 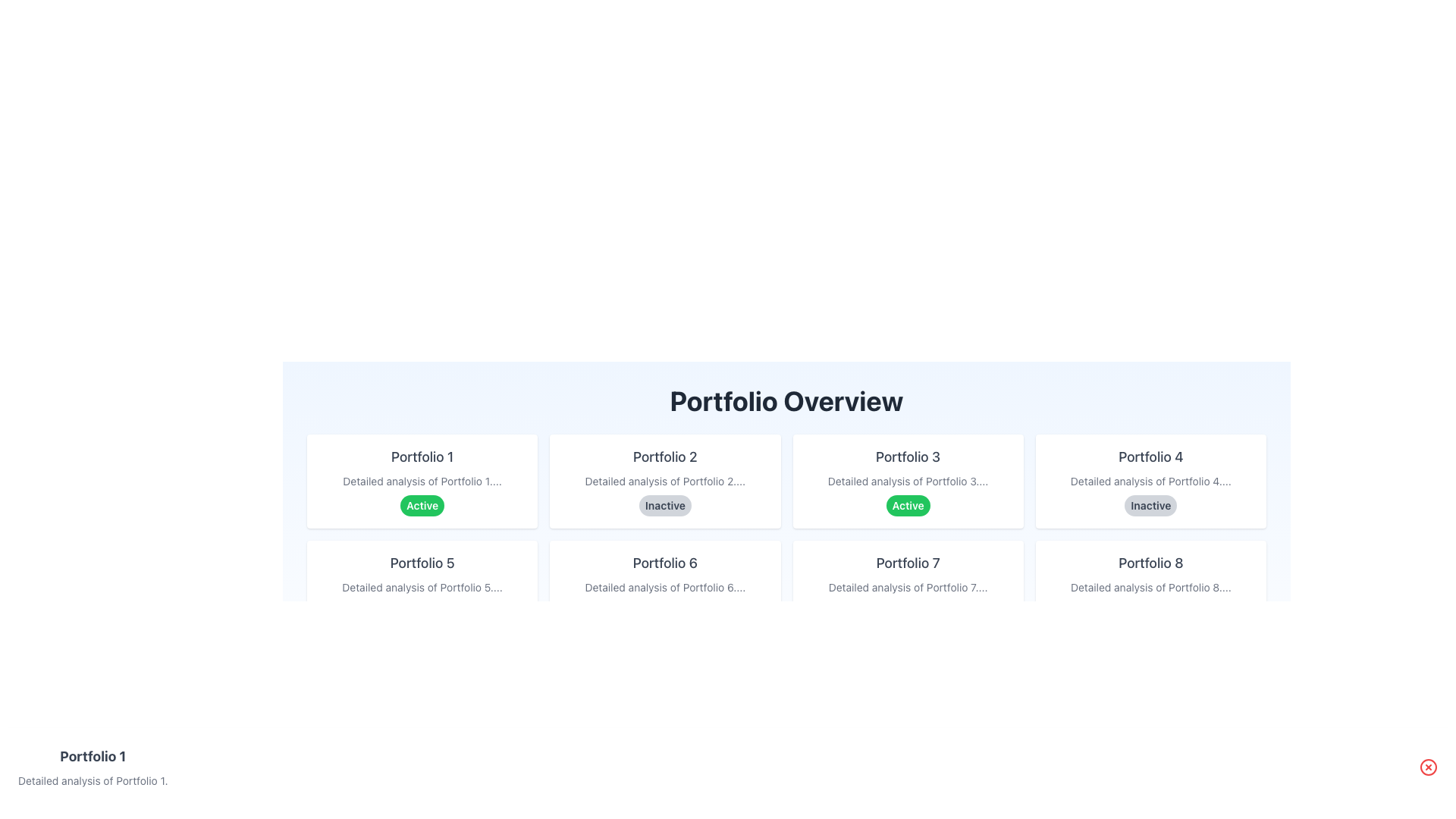 I want to click on the title text element located in the second row, first column of the card that summarizes the portfolio content, so click(x=422, y=563).